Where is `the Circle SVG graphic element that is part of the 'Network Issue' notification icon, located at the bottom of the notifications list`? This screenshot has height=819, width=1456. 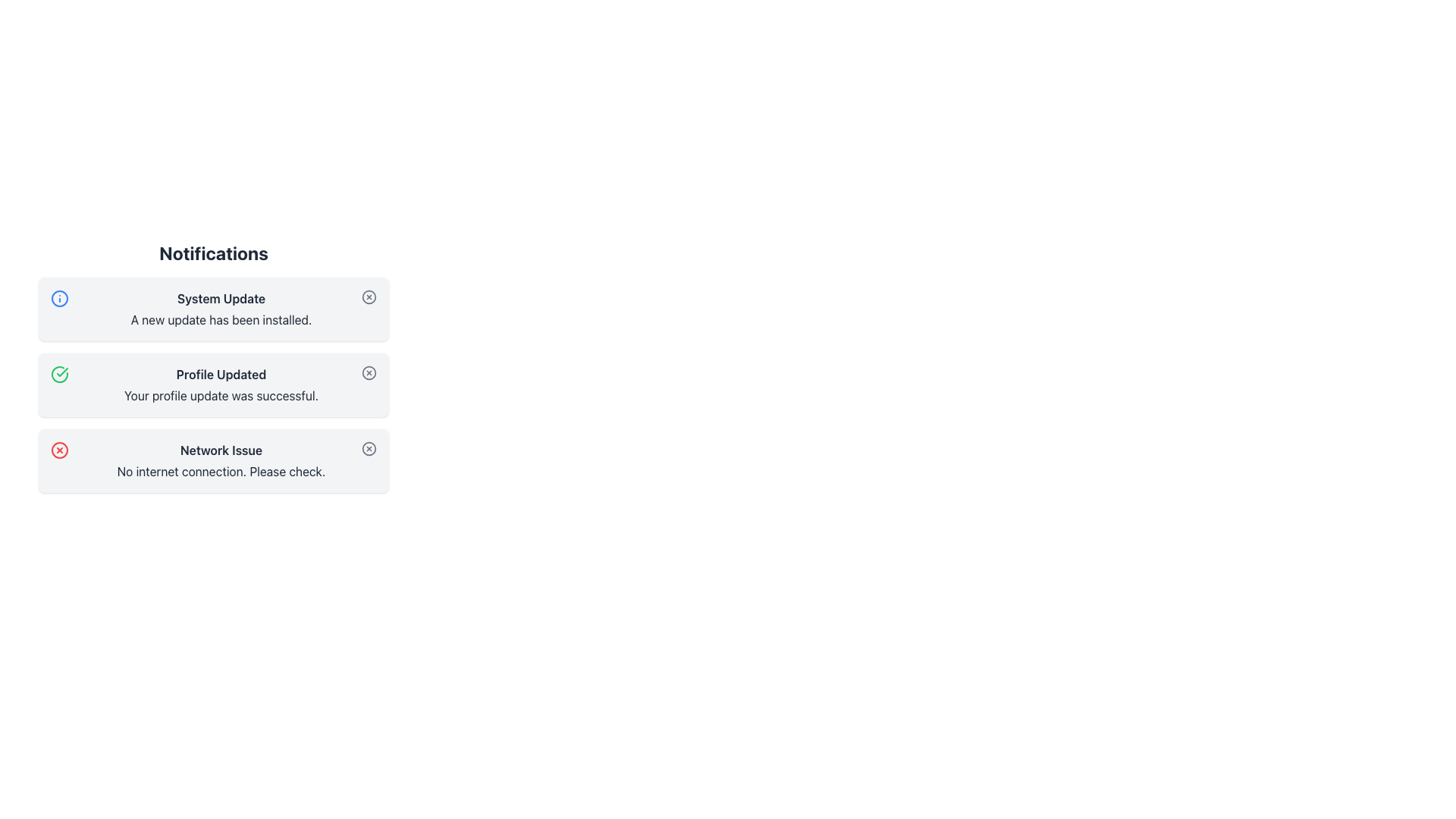
the Circle SVG graphic element that is part of the 'Network Issue' notification icon, located at the bottom of the notifications list is located at coordinates (369, 447).